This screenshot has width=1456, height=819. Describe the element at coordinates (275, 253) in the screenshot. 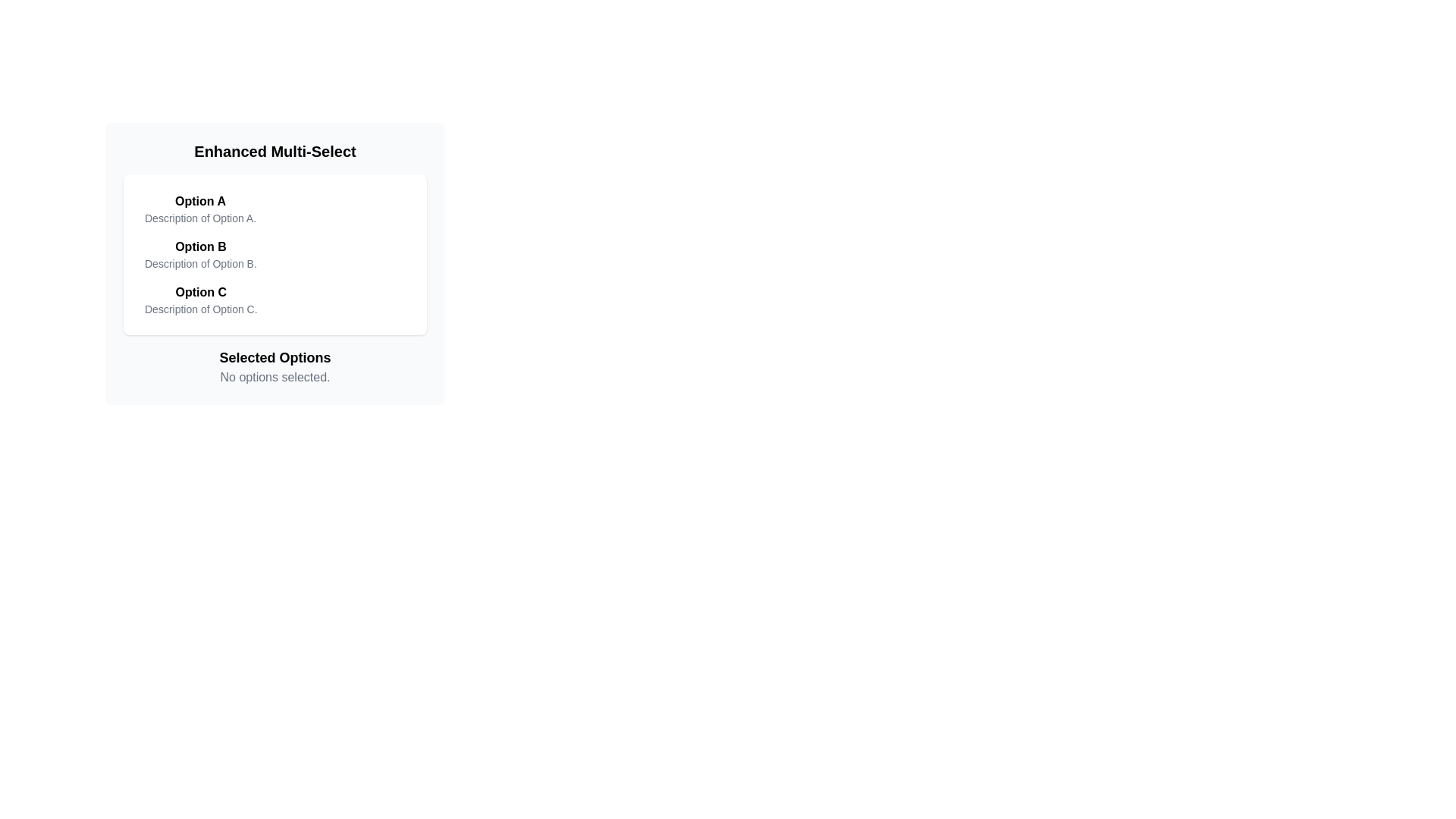

I see `the selectable option in the list item located between 'Option A' and 'Option C'` at that location.